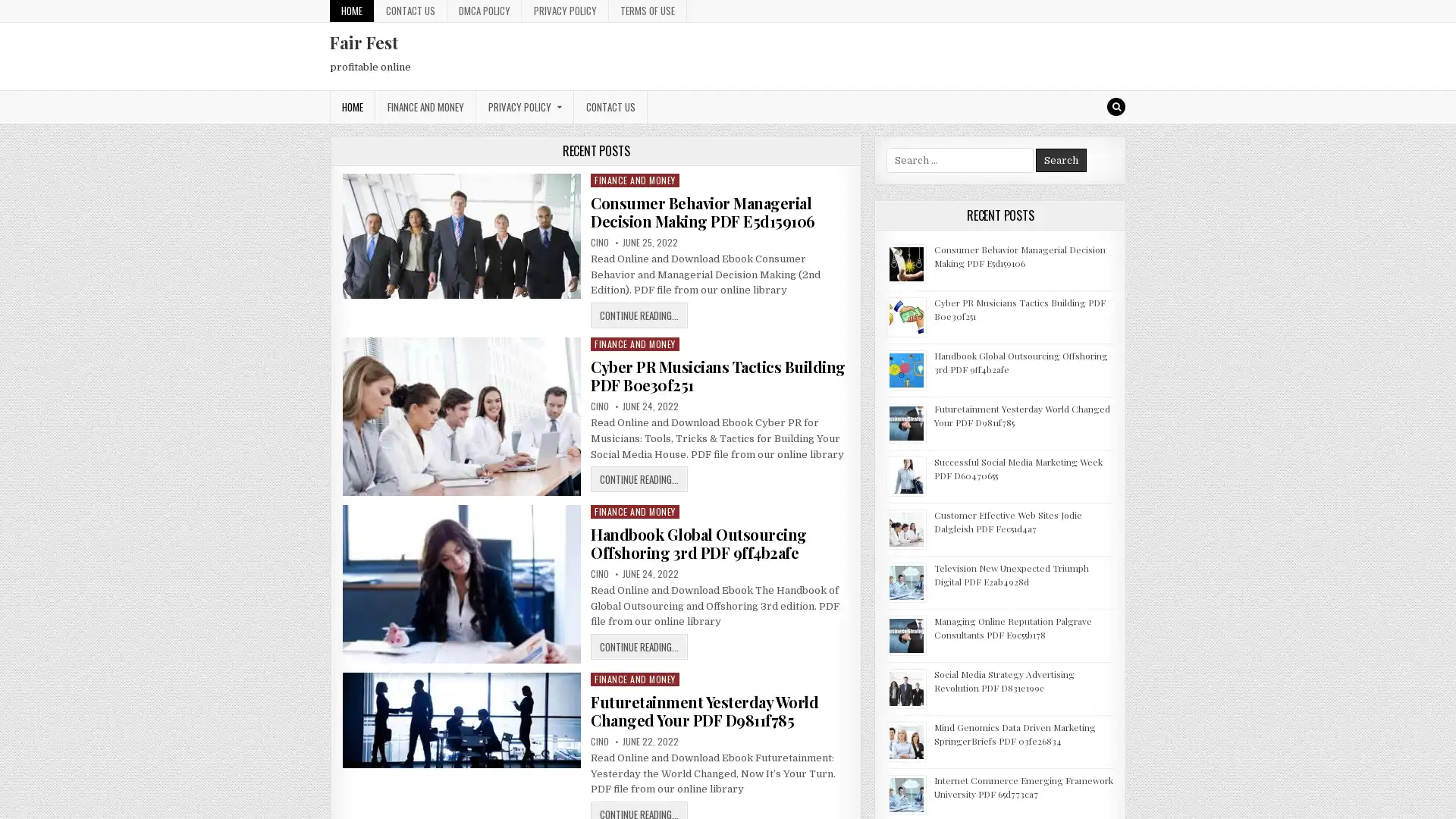 Image resolution: width=1456 pixels, height=819 pixels. I want to click on Search, so click(1060, 160).